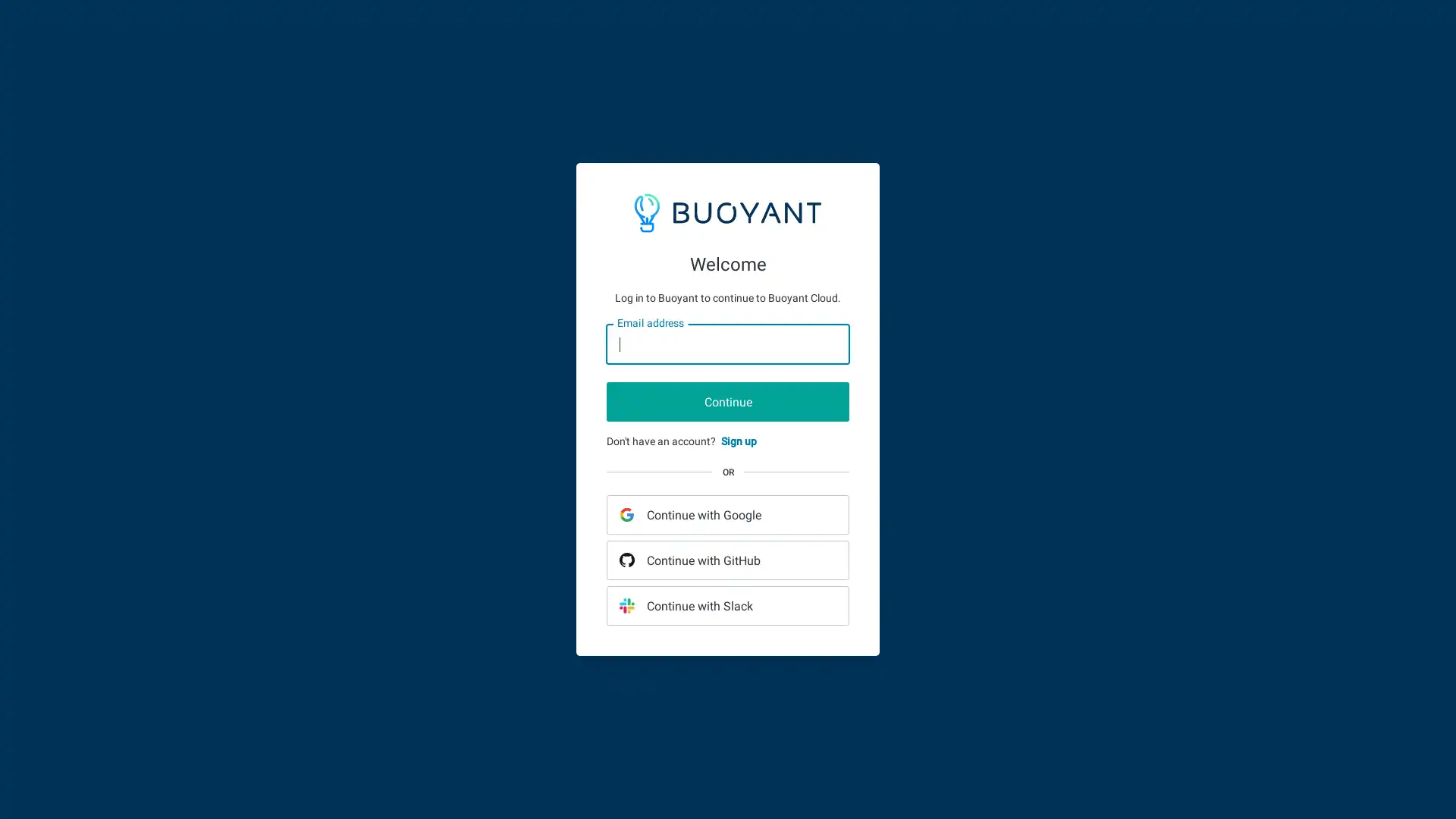 This screenshot has width=1456, height=819. I want to click on Connection icon Continue with Slack, so click(728, 604).